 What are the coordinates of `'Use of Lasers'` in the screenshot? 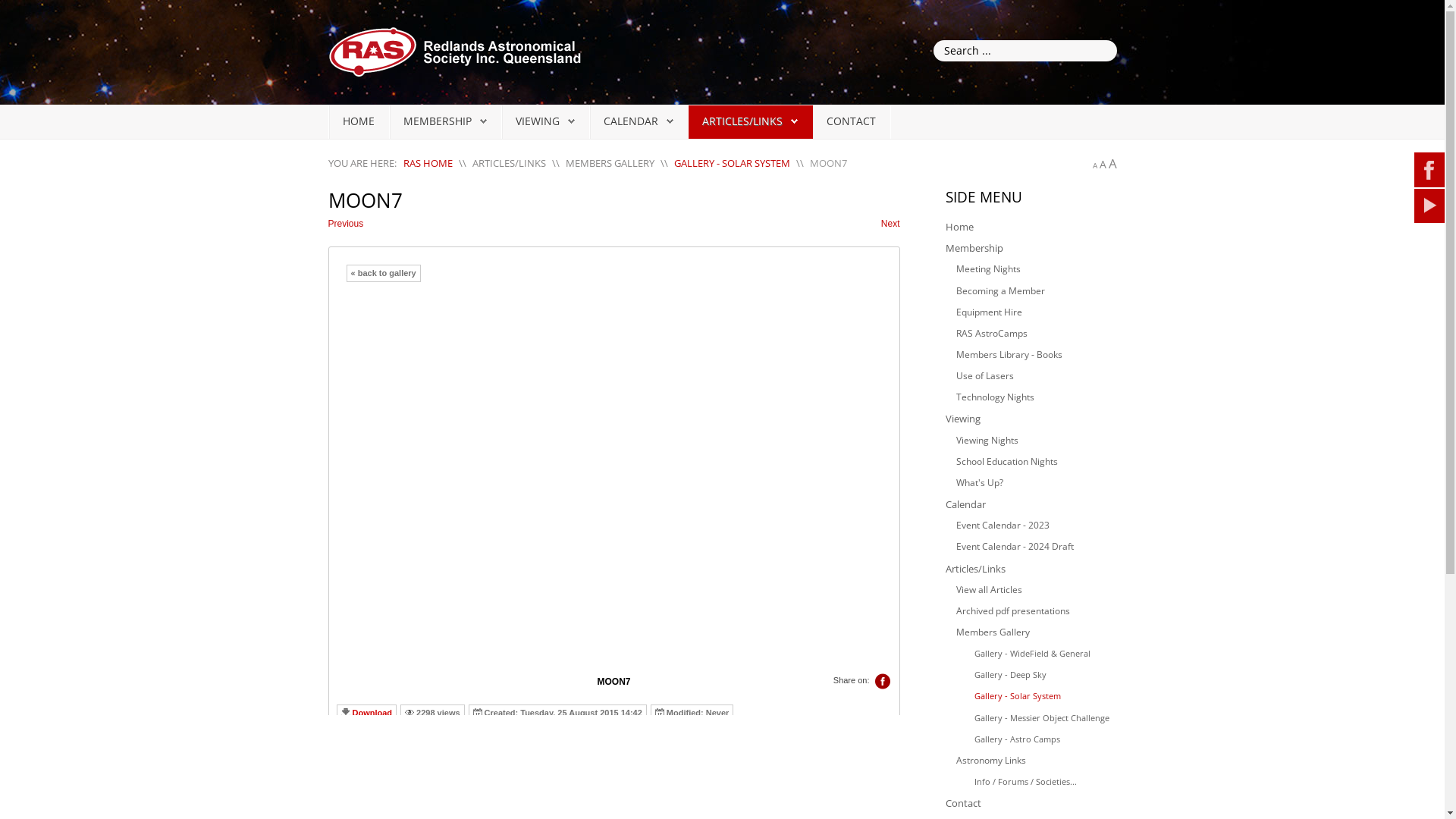 It's located at (1035, 375).